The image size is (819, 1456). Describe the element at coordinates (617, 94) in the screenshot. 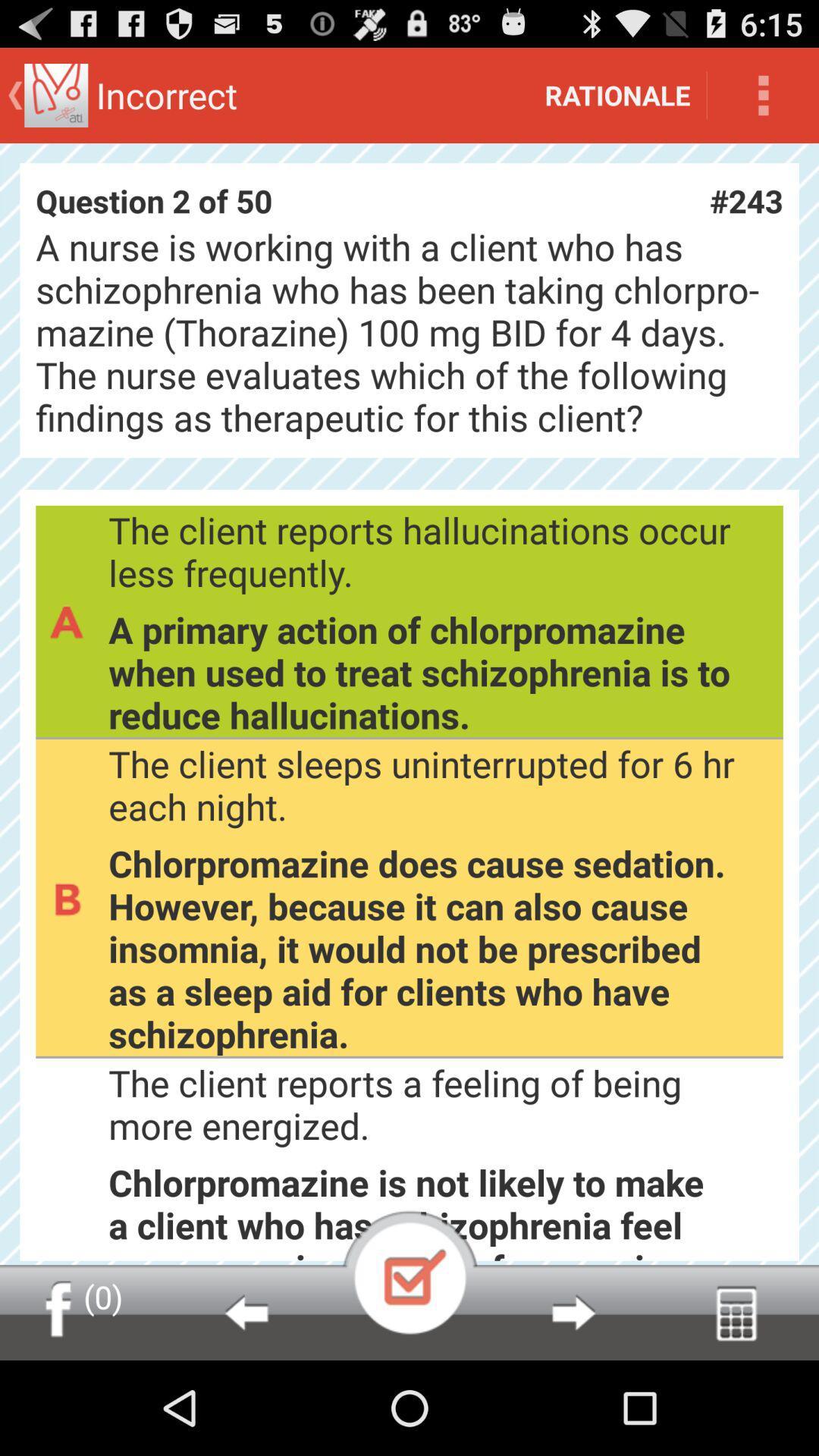

I see `icon above question 2 of icon` at that location.